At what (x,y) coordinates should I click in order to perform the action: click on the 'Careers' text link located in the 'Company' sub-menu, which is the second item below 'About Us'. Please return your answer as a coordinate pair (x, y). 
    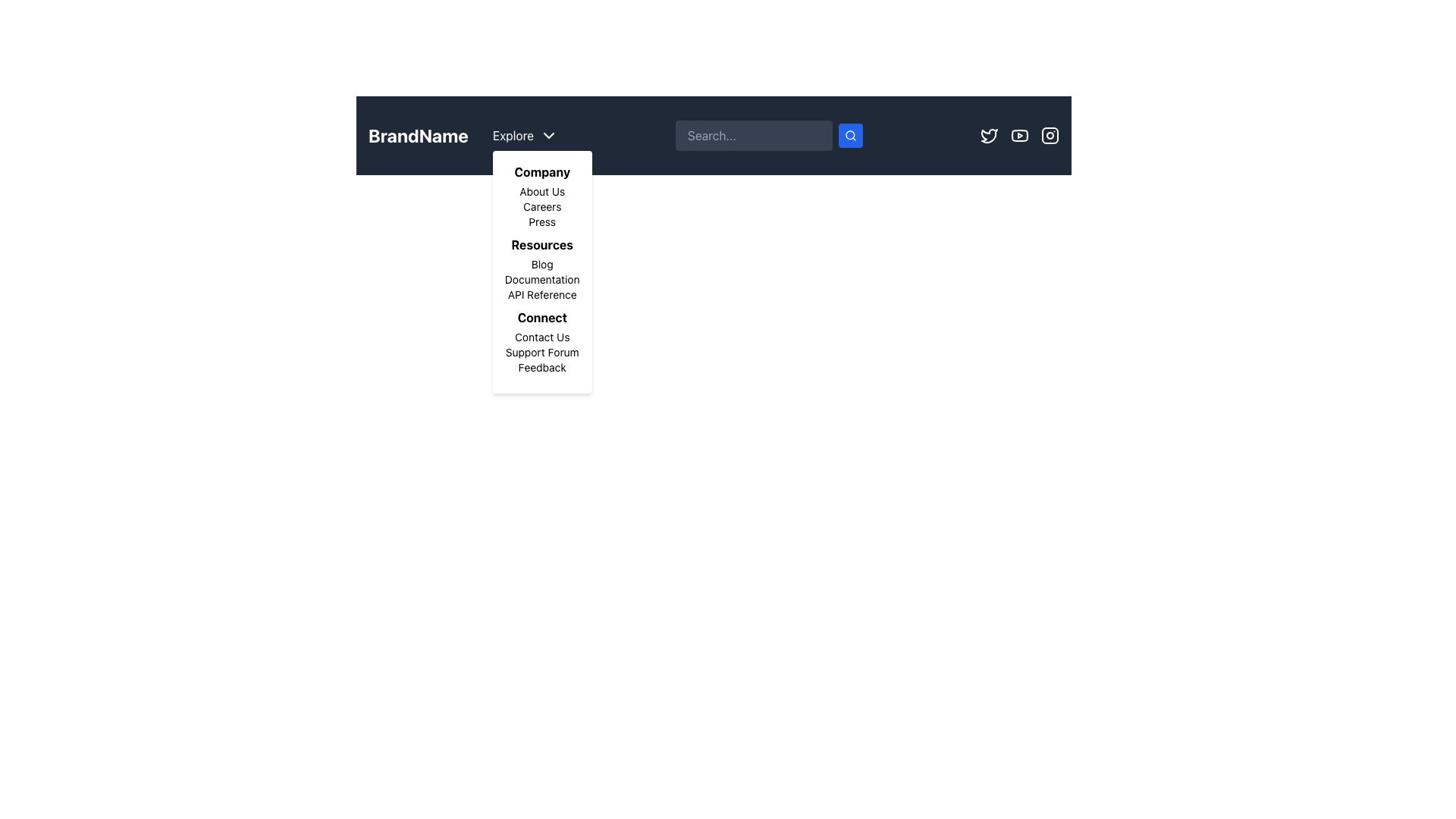
    Looking at the image, I should click on (542, 207).